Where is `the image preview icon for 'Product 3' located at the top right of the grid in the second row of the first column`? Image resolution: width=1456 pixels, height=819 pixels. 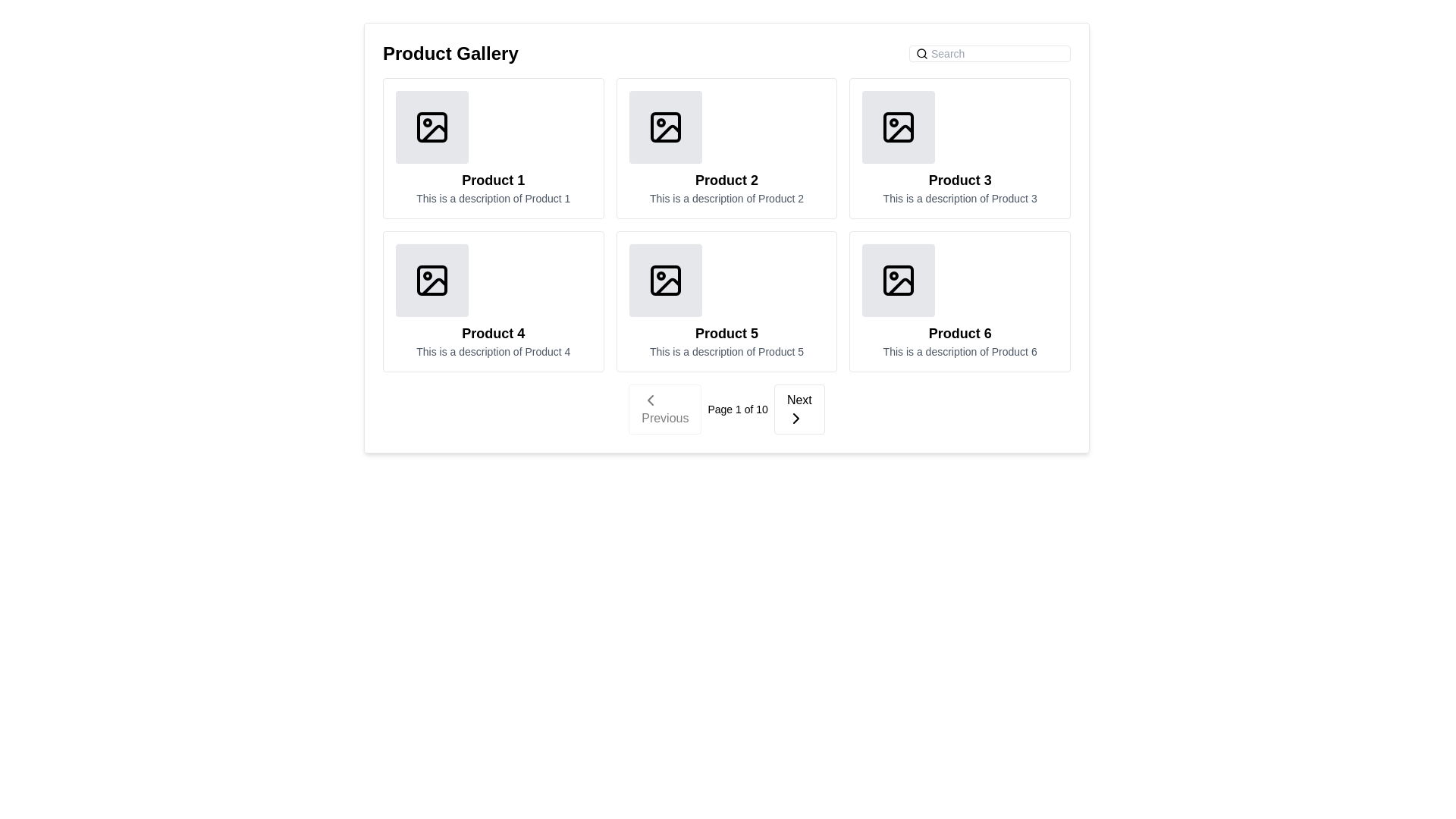
the image preview icon for 'Product 3' located at the top right of the grid in the second row of the first column is located at coordinates (899, 127).